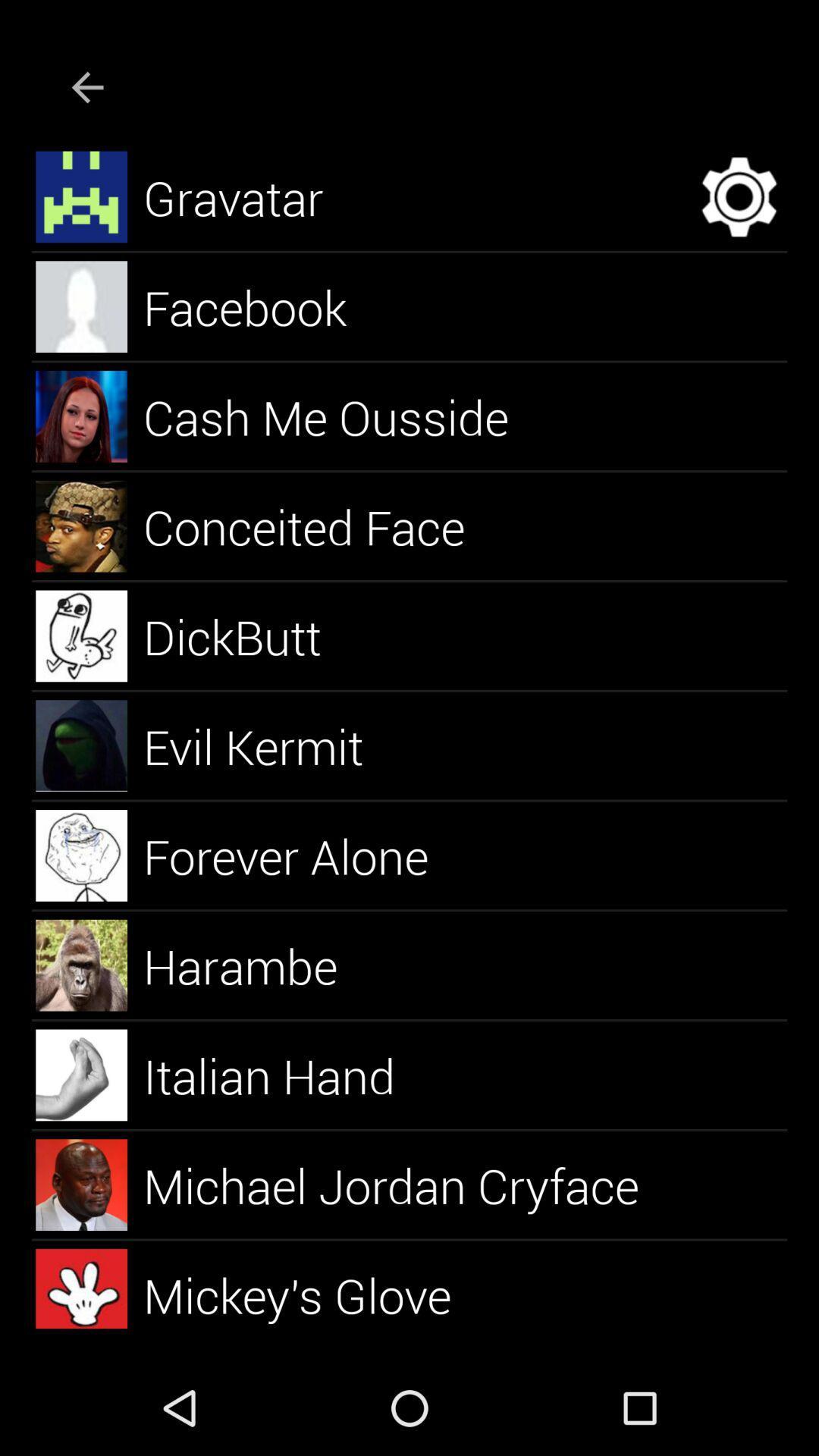 Image resolution: width=819 pixels, height=1456 pixels. I want to click on the forever alone icon, so click(303, 855).